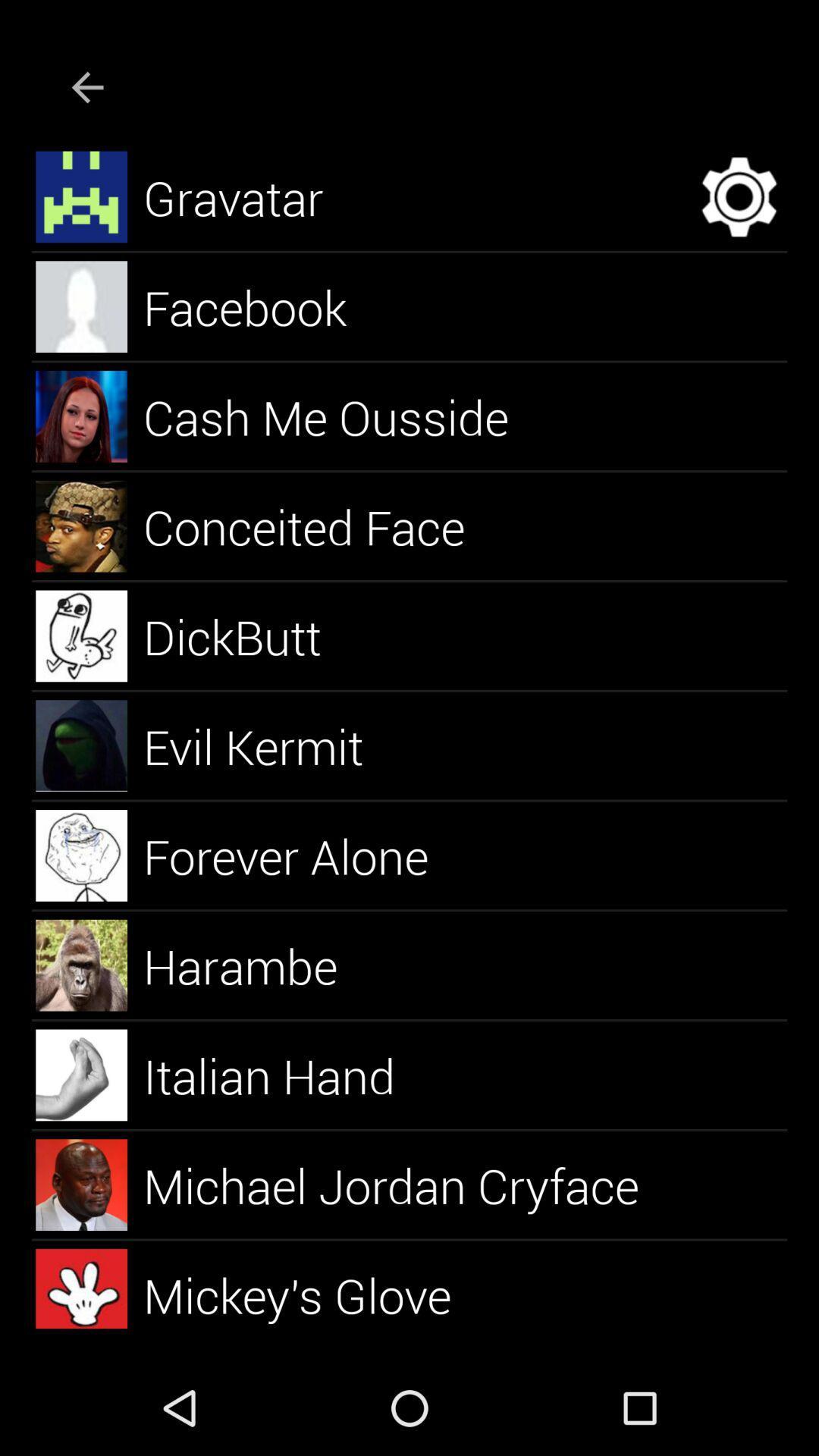 Image resolution: width=819 pixels, height=1456 pixels. I want to click on the forever alone icon, so click(303, 855).